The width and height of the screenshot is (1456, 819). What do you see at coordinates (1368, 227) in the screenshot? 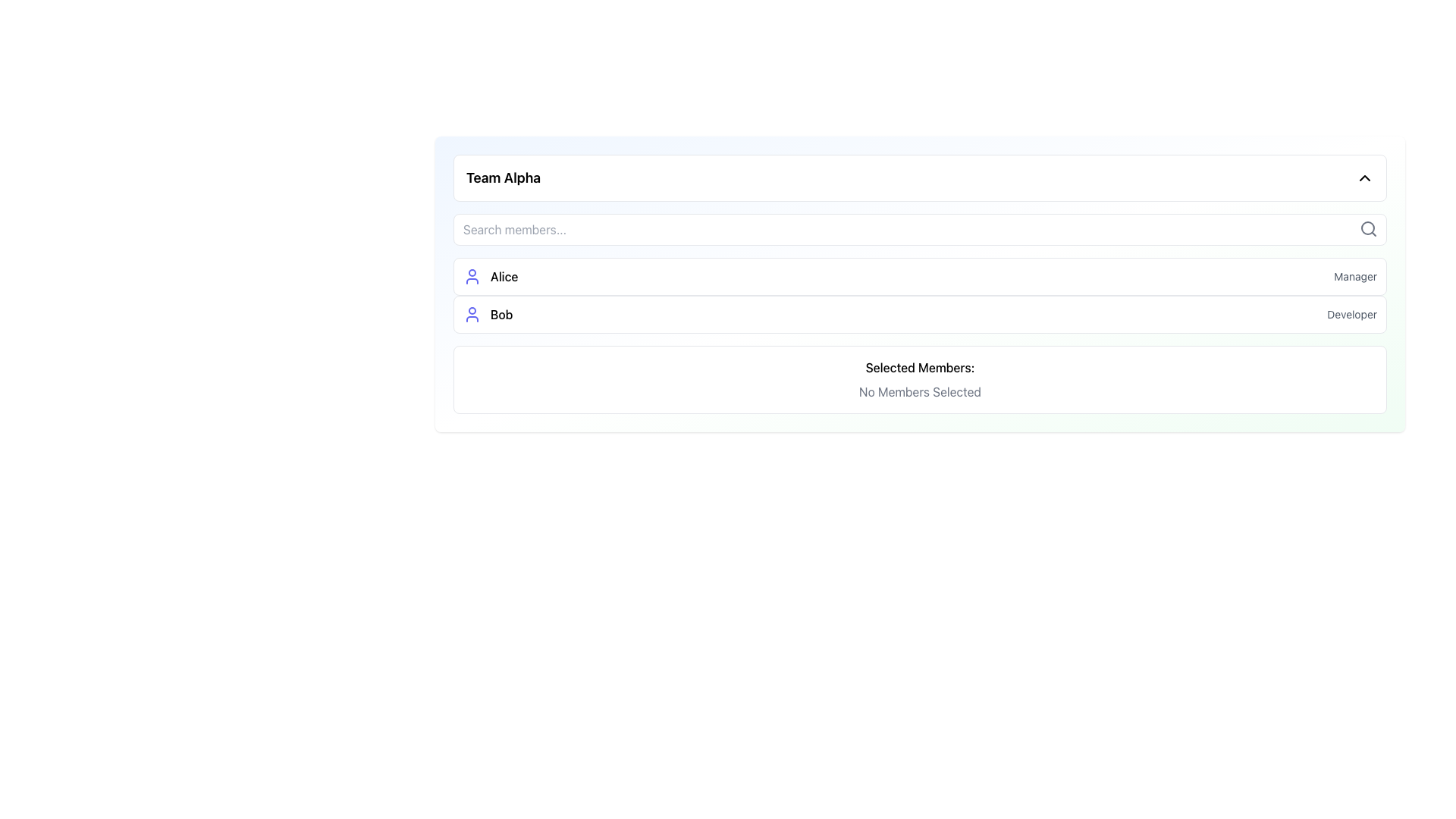
I see `the small circular shape resembling the magnifying glass lens in the search icon, located at the top-right of the search interface adjacent to the text input field` at bounding box center [1368, 227].